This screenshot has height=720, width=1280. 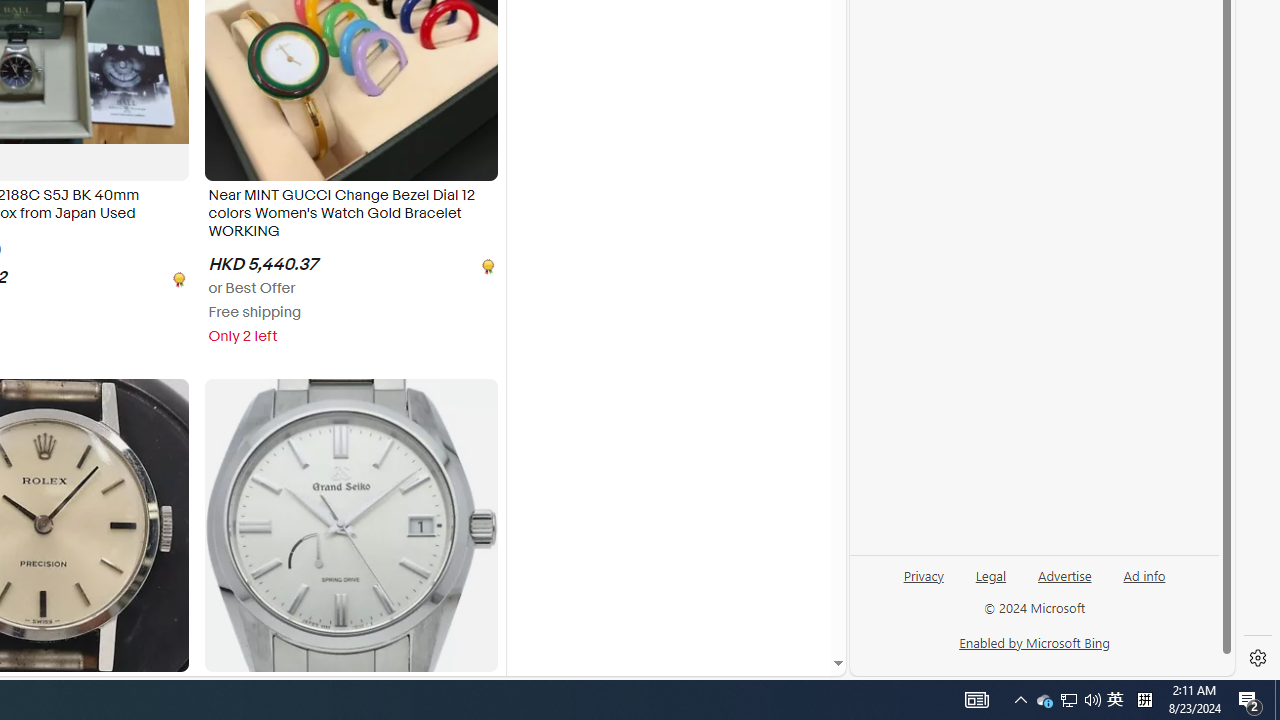 I want to click on 'Ad info', so click(x=1144, y=574).